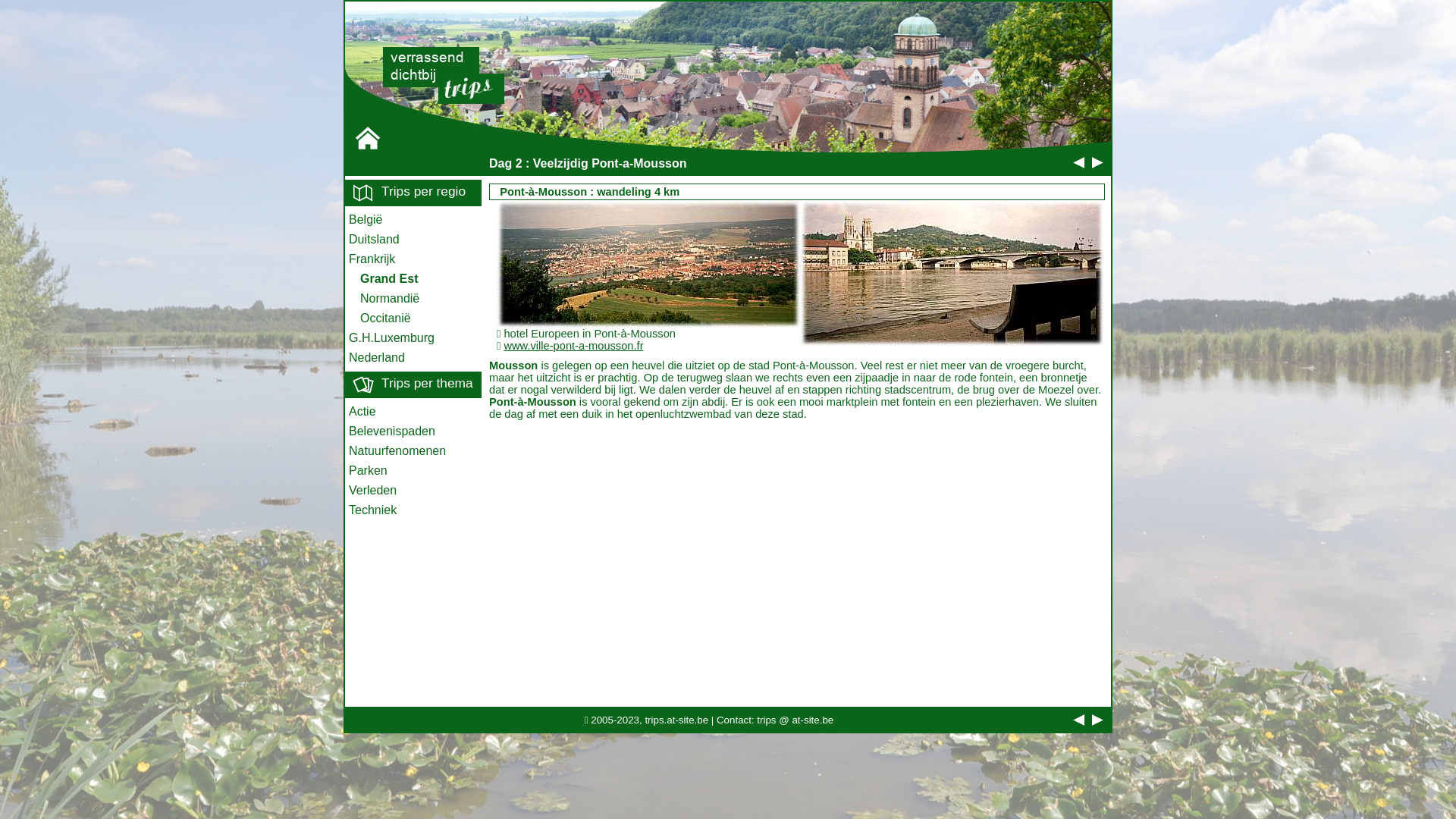 This screenshot has width=1456, height=819. What do you see at coordinates (344, 412) in the screenshot?
I see `'Actie'` at bounding box center [344, 412].